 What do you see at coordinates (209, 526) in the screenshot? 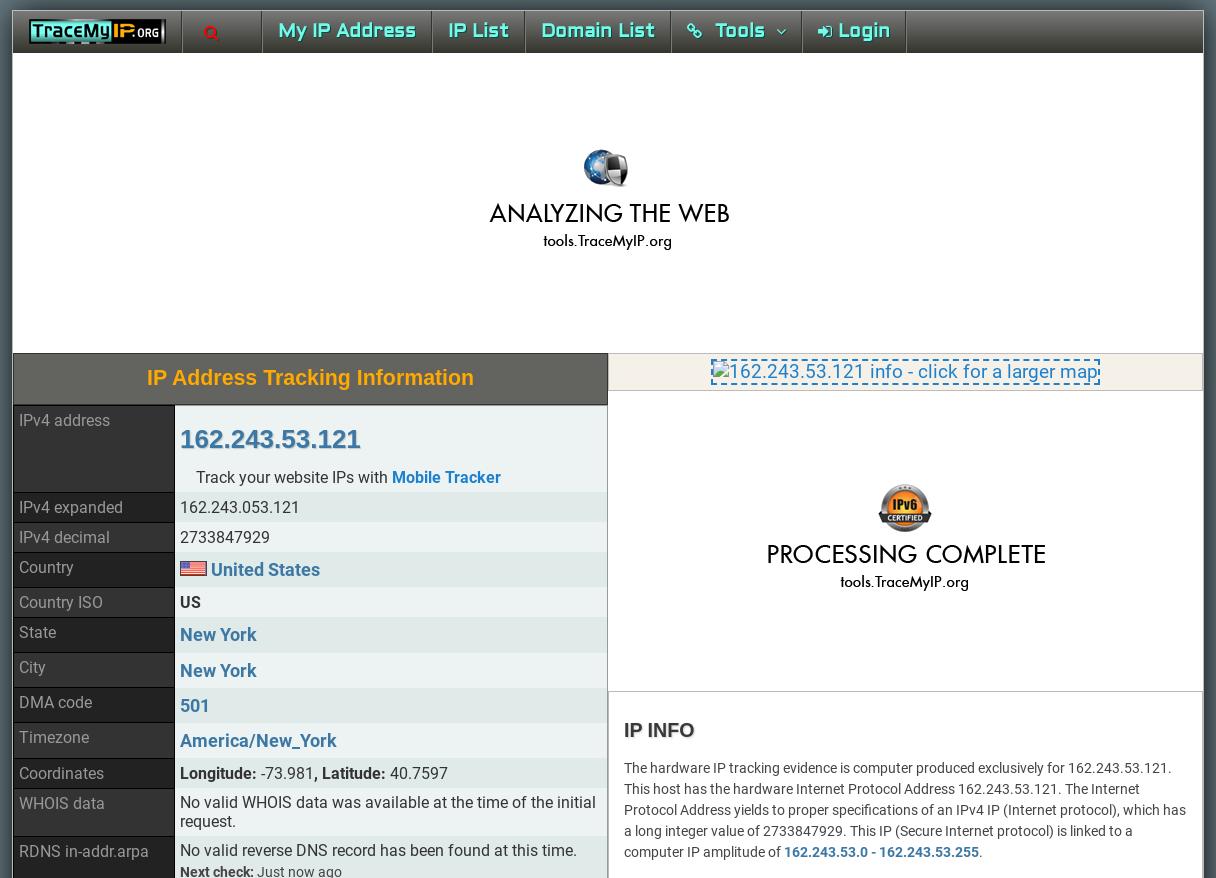
I see `'Updated:'` at bounding box center [209, 526].